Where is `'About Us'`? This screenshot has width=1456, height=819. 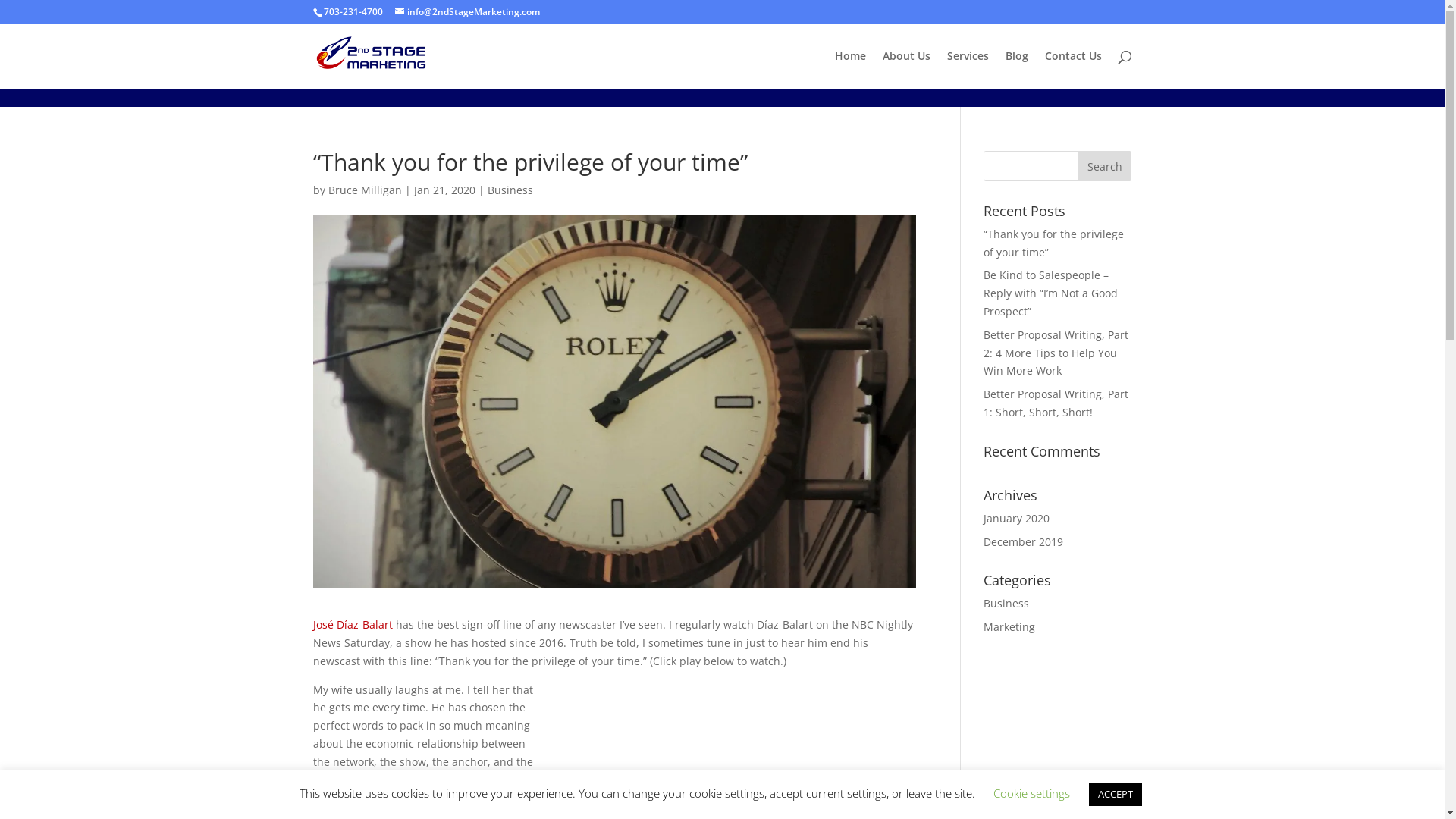
'About Us' is located at coordinates (906, 70).